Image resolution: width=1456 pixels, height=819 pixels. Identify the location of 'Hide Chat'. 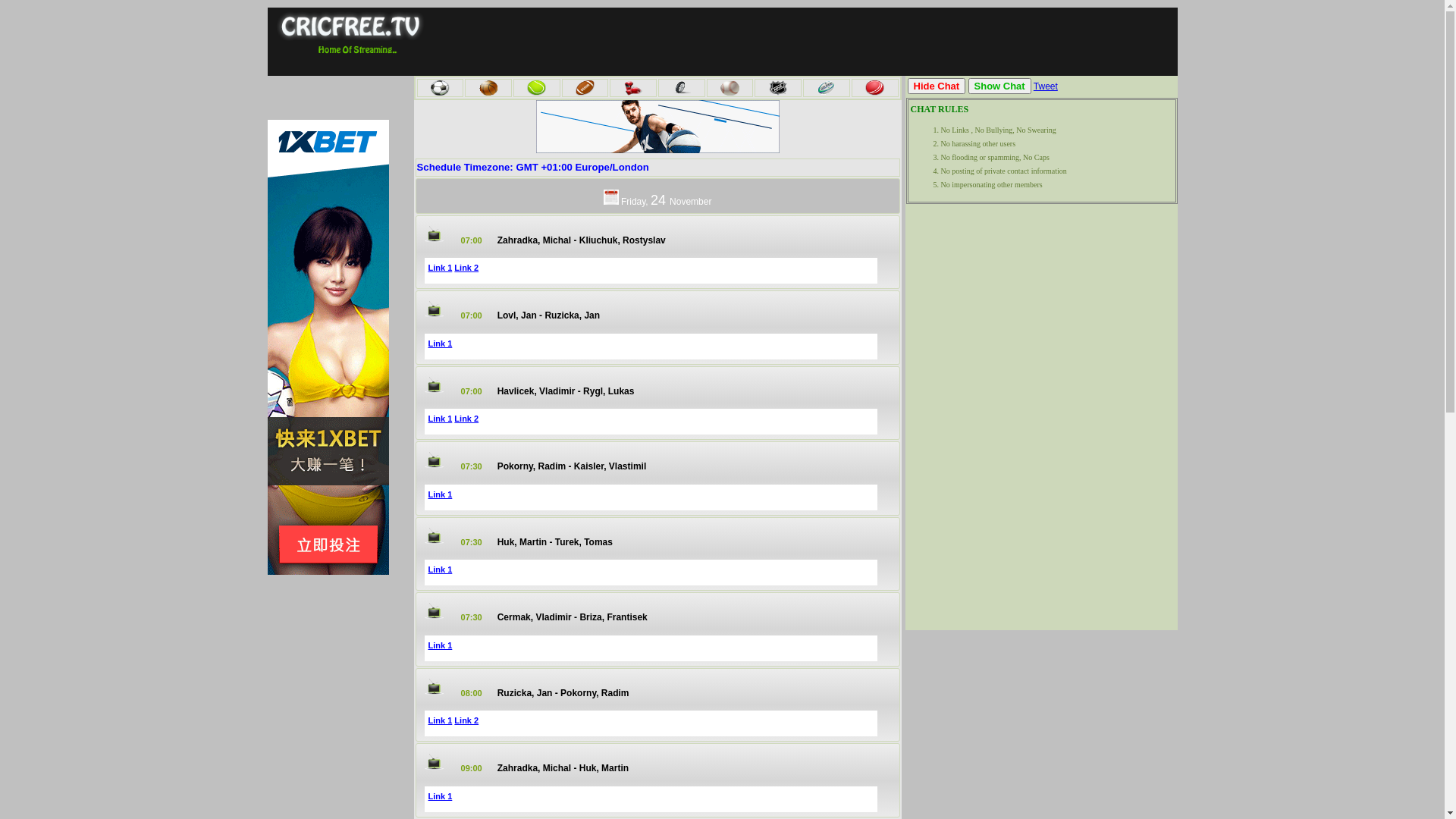
(906, 86).